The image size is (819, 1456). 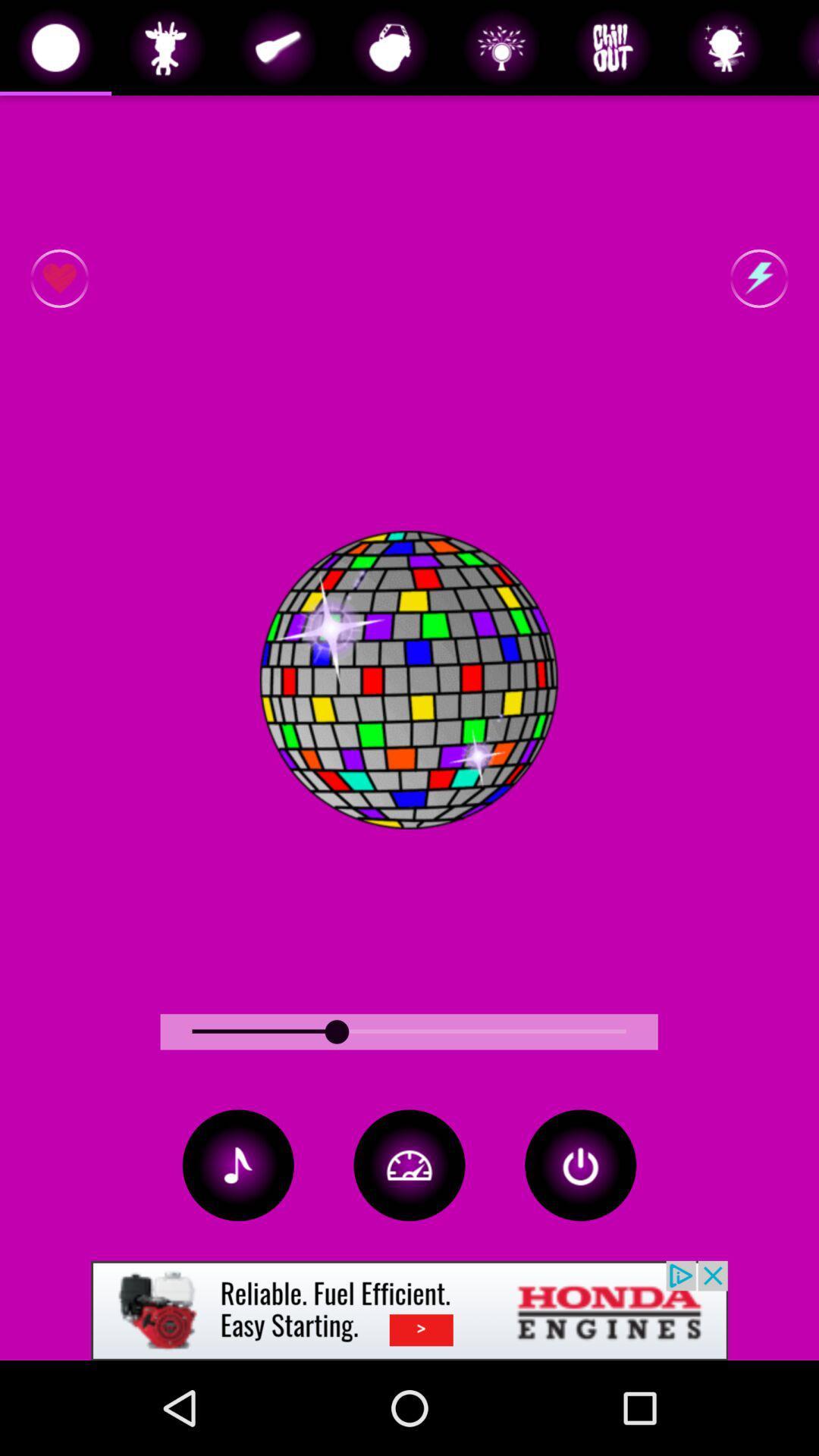 What do you see at coordinates (580, 1164) in the screenshot?
I see `power` at bounding box center [580, 1164].